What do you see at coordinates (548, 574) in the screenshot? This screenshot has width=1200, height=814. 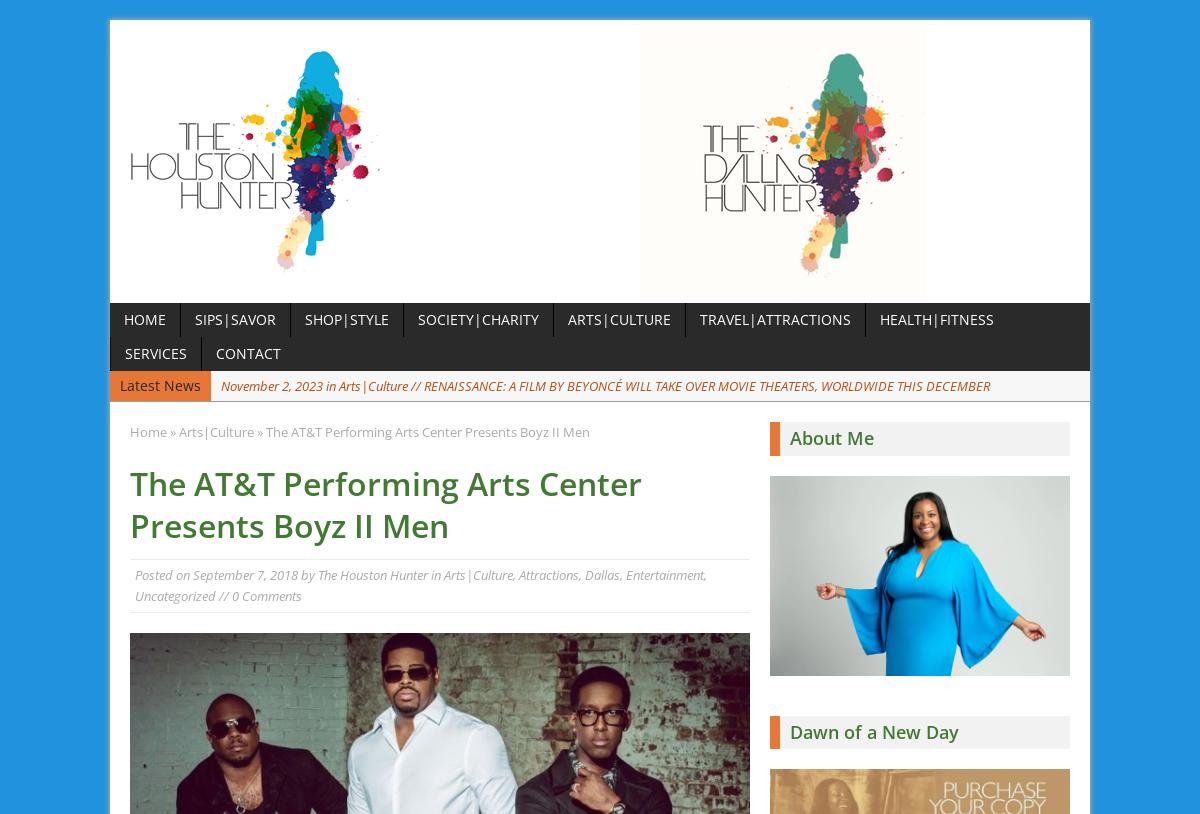 I see `'Attractions'` at bounding box center [548, 574].